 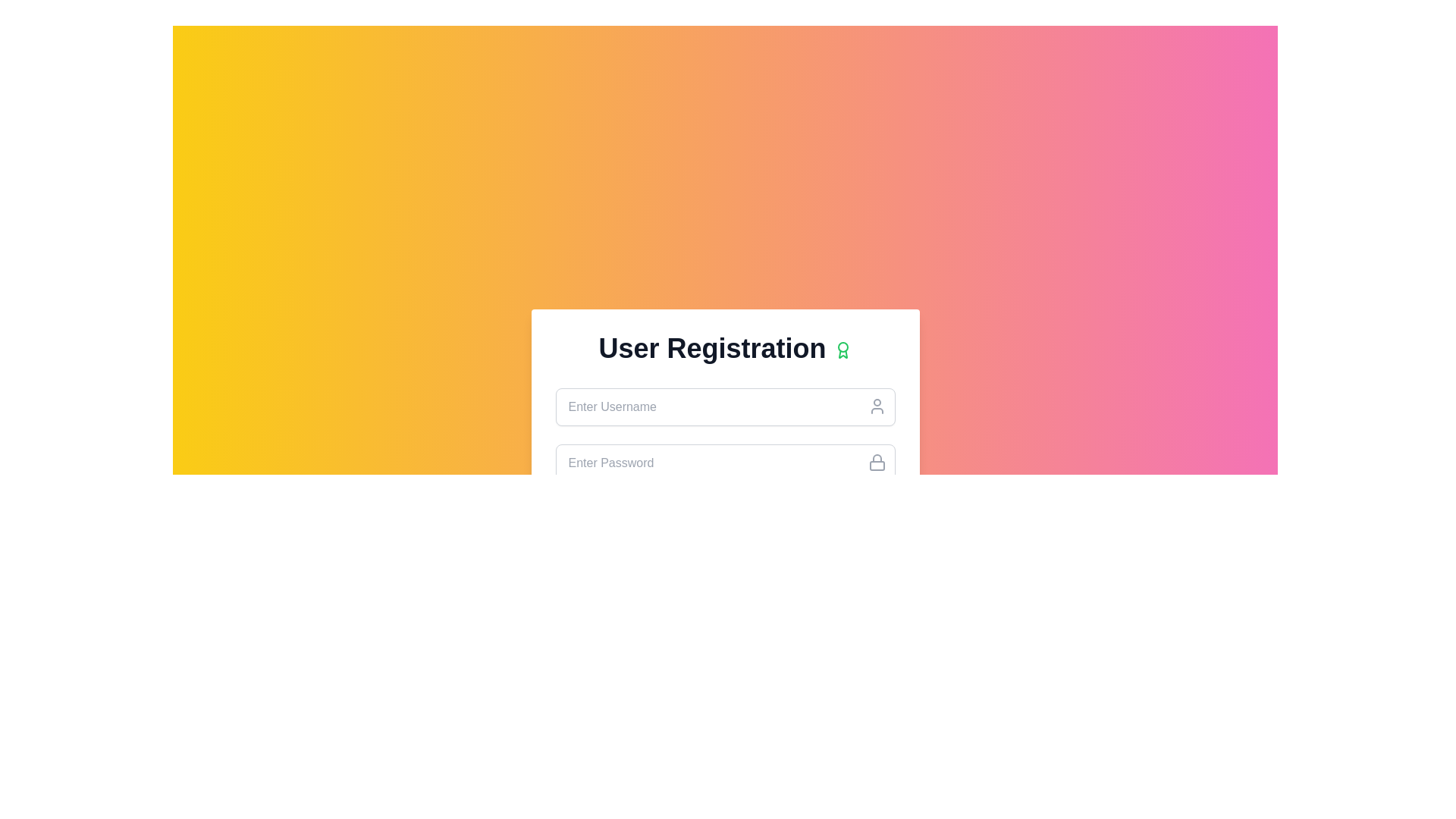 I want to click on the password input field below the username field in the User Registration form, so click(x=724, y=462).